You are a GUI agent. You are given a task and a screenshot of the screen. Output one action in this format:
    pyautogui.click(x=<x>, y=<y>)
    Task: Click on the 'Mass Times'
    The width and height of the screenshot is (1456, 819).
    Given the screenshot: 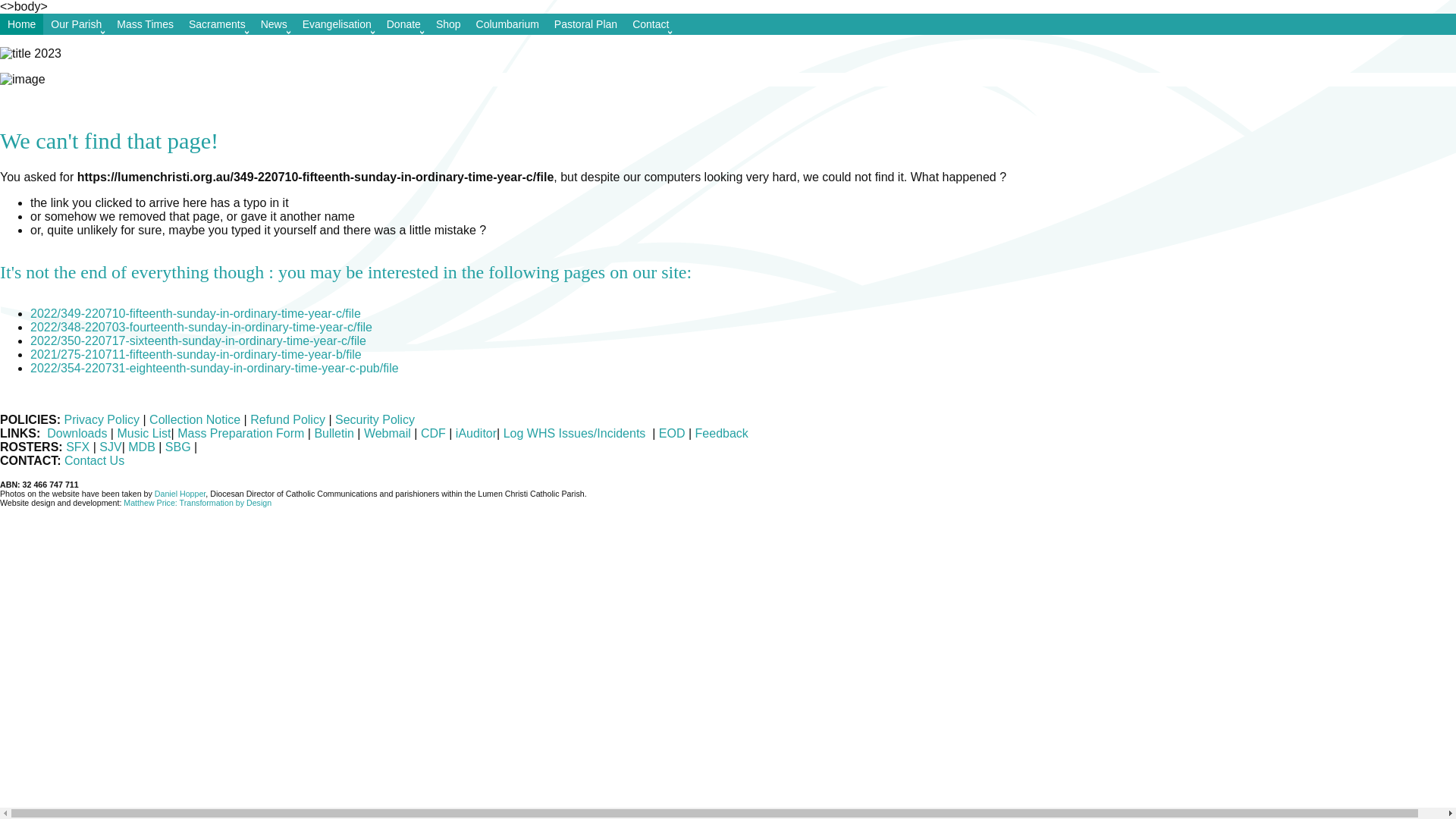 What is the action you would take?
    pyautogui.click(x=108, y=24)
    